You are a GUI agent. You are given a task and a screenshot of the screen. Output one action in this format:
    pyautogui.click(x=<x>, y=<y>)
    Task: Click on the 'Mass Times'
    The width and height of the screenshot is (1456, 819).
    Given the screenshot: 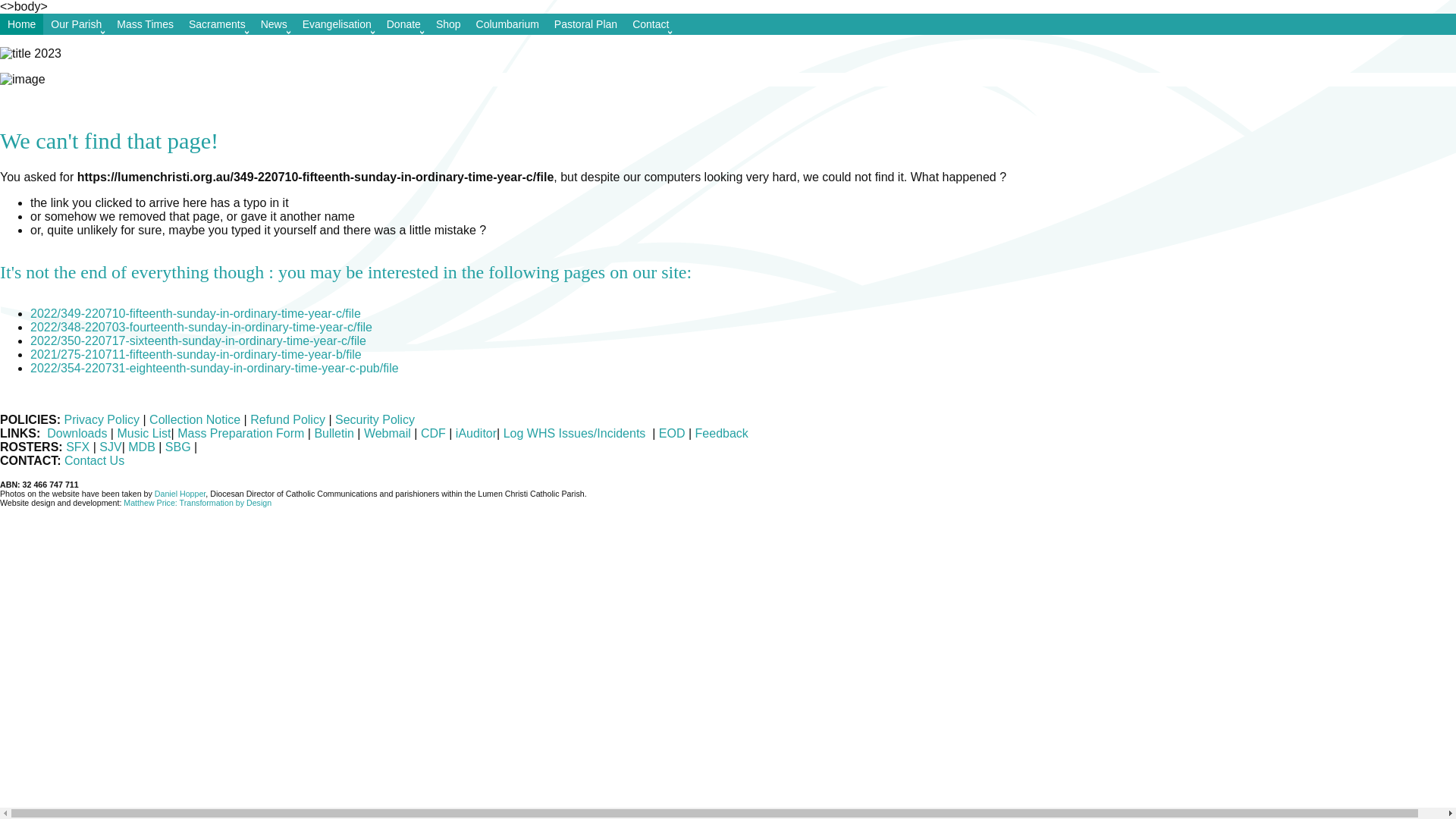 What is the action you would take?
    pyautogui.click(x=108, y=24)
    